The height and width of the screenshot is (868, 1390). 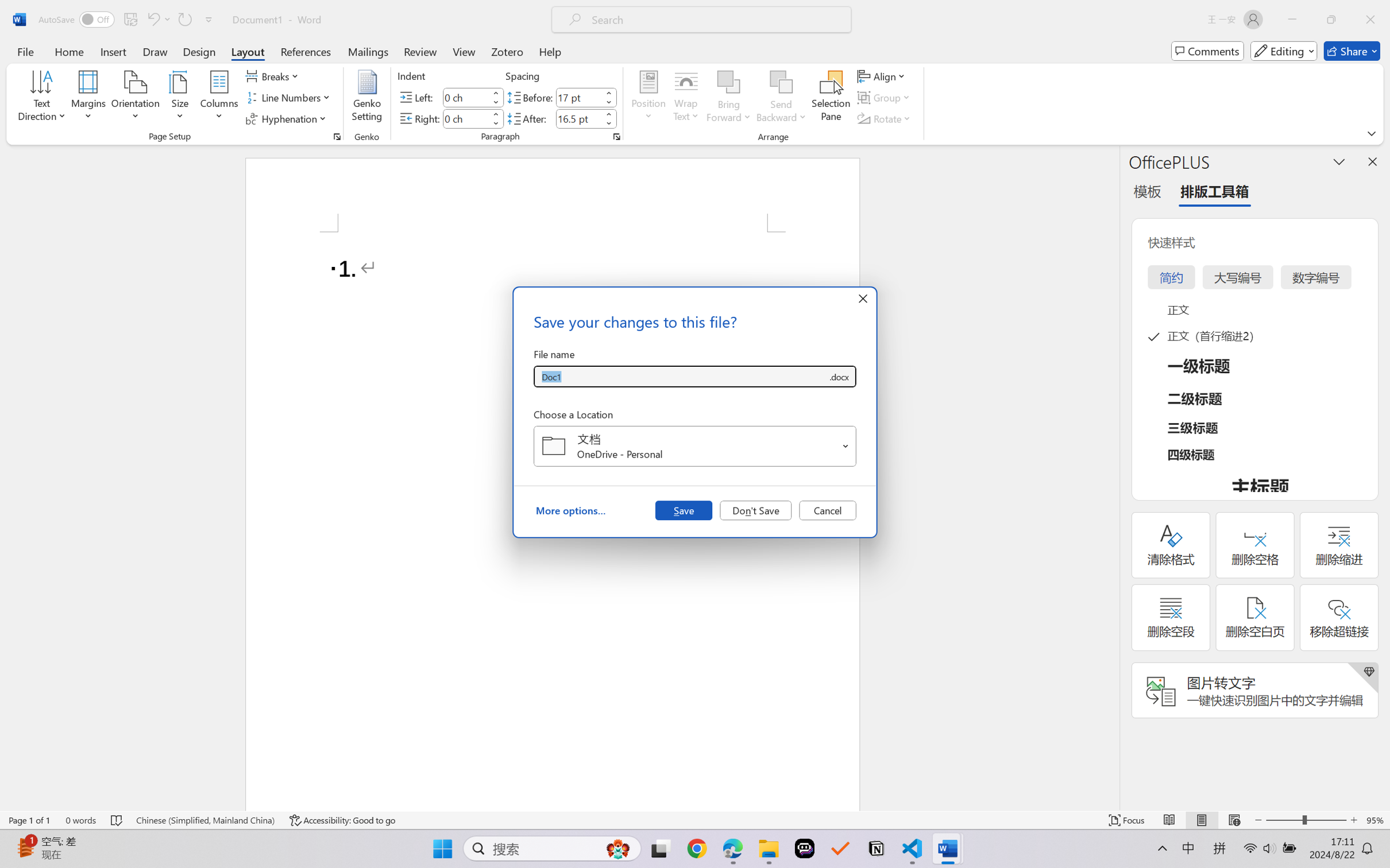 What do you see at coordinates (680, 377) in the screenshot?
I see `'File name'` at bounding box center [680, 377].